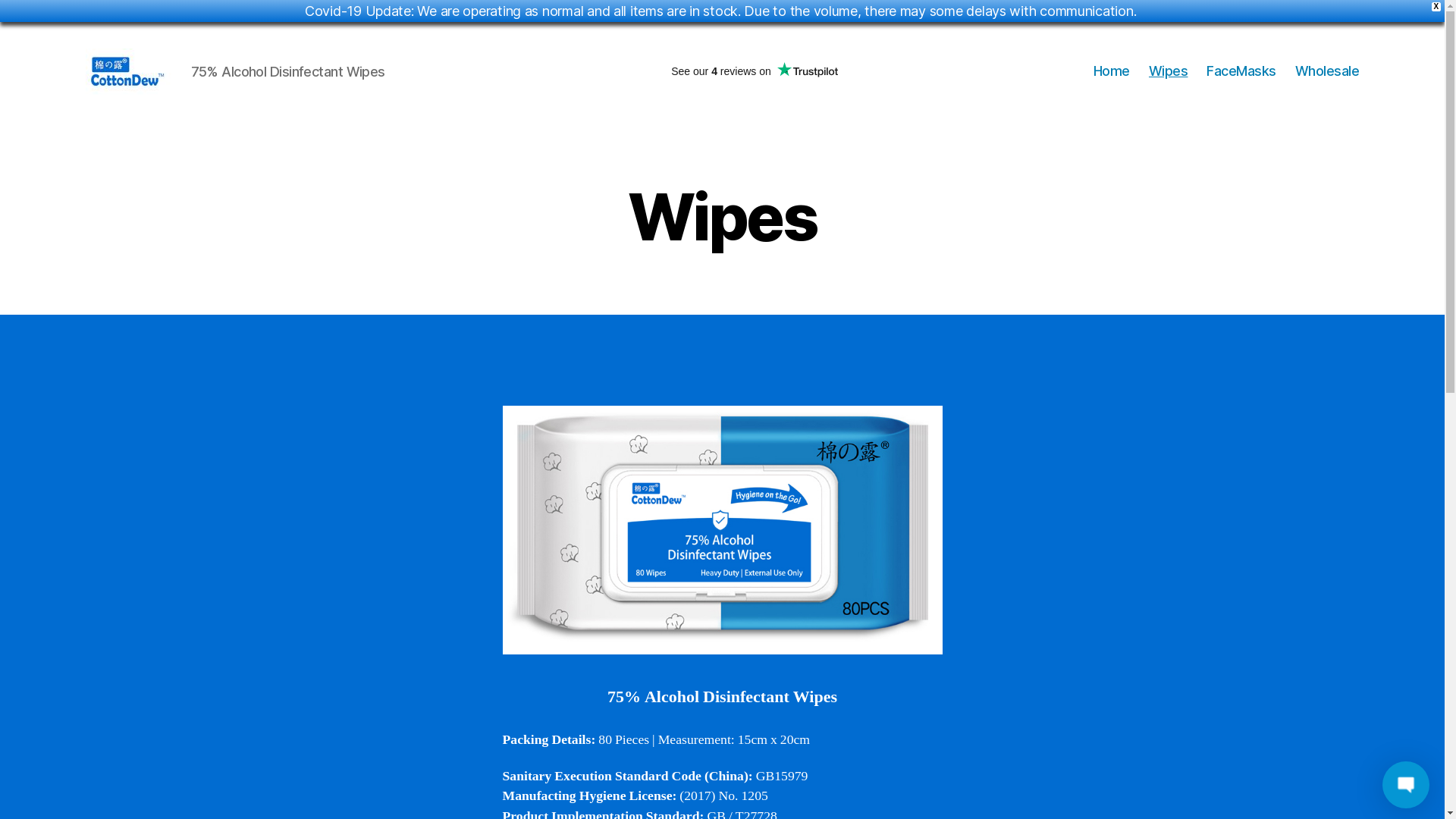 The width and height of the screenshot is (1456, 819). I want to click on 'Wipes', so click(1149, 71).